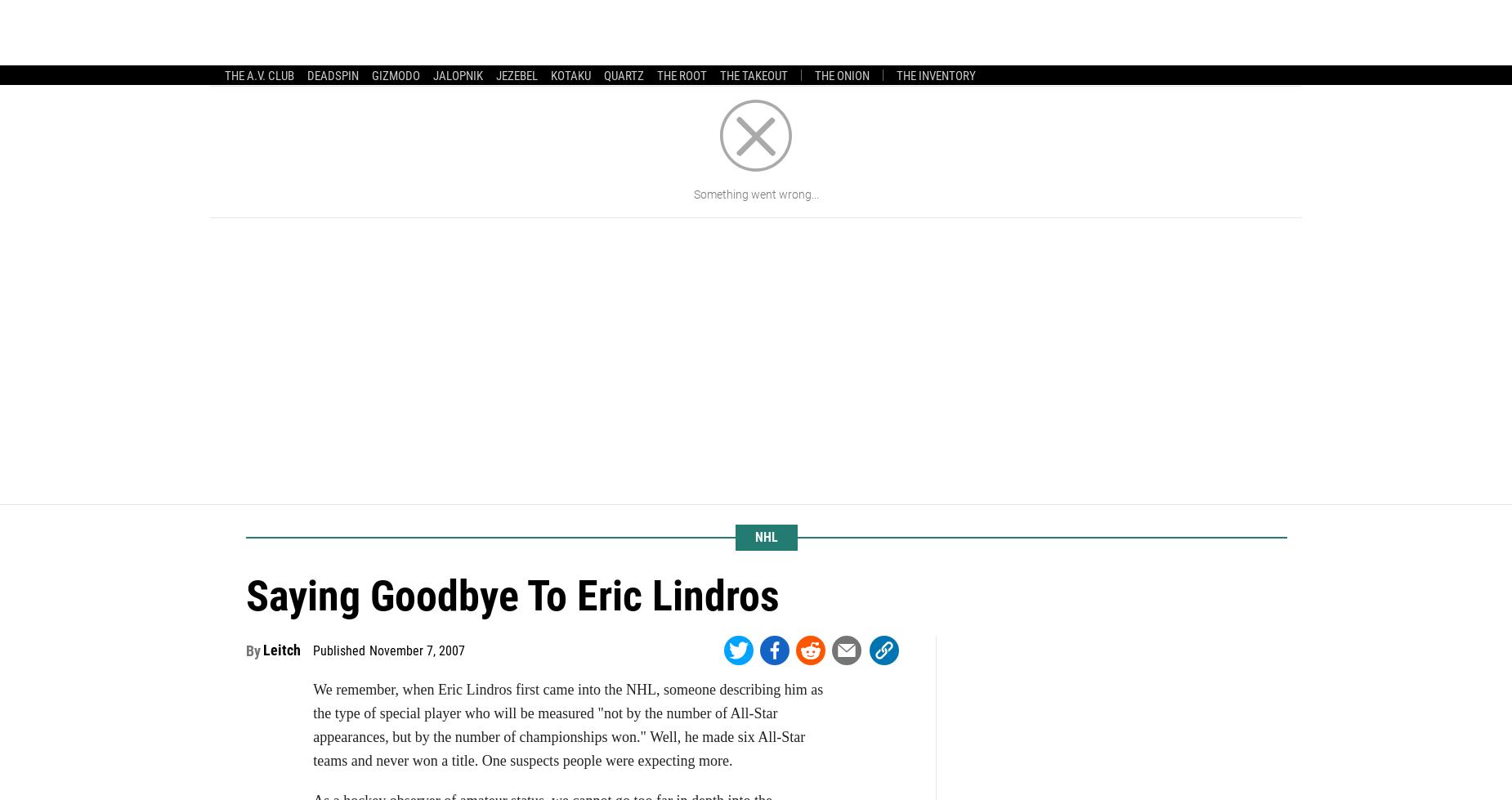  What do you see at coordinates (467, 64) in the screenshot?
I see `'Locker'` at bounding box center [467, 64].